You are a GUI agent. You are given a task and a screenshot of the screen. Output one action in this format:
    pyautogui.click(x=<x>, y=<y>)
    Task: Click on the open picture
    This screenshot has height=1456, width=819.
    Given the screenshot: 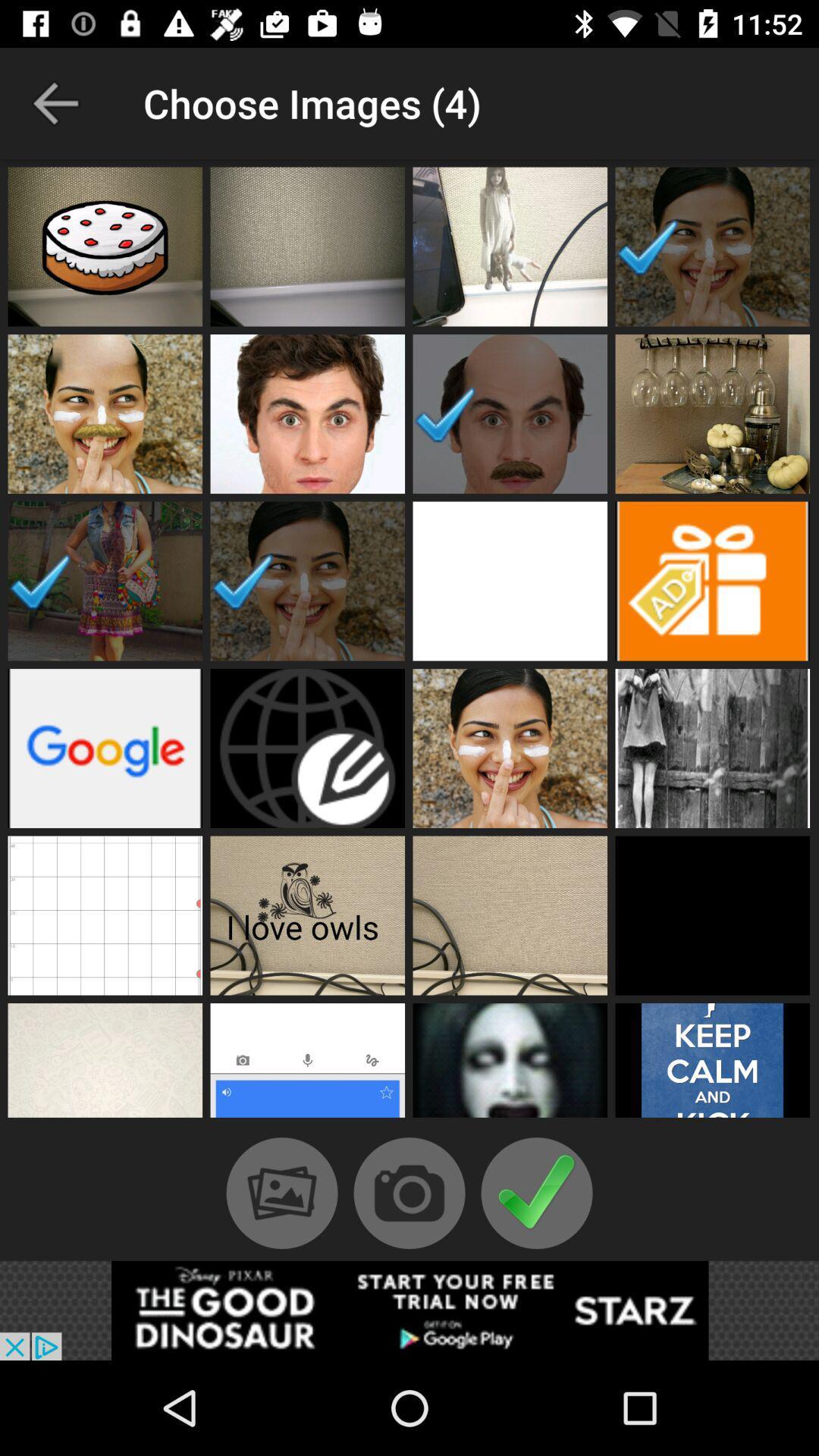 What is the action you would take?
    pyautogui.click(x=510, y=414)
    